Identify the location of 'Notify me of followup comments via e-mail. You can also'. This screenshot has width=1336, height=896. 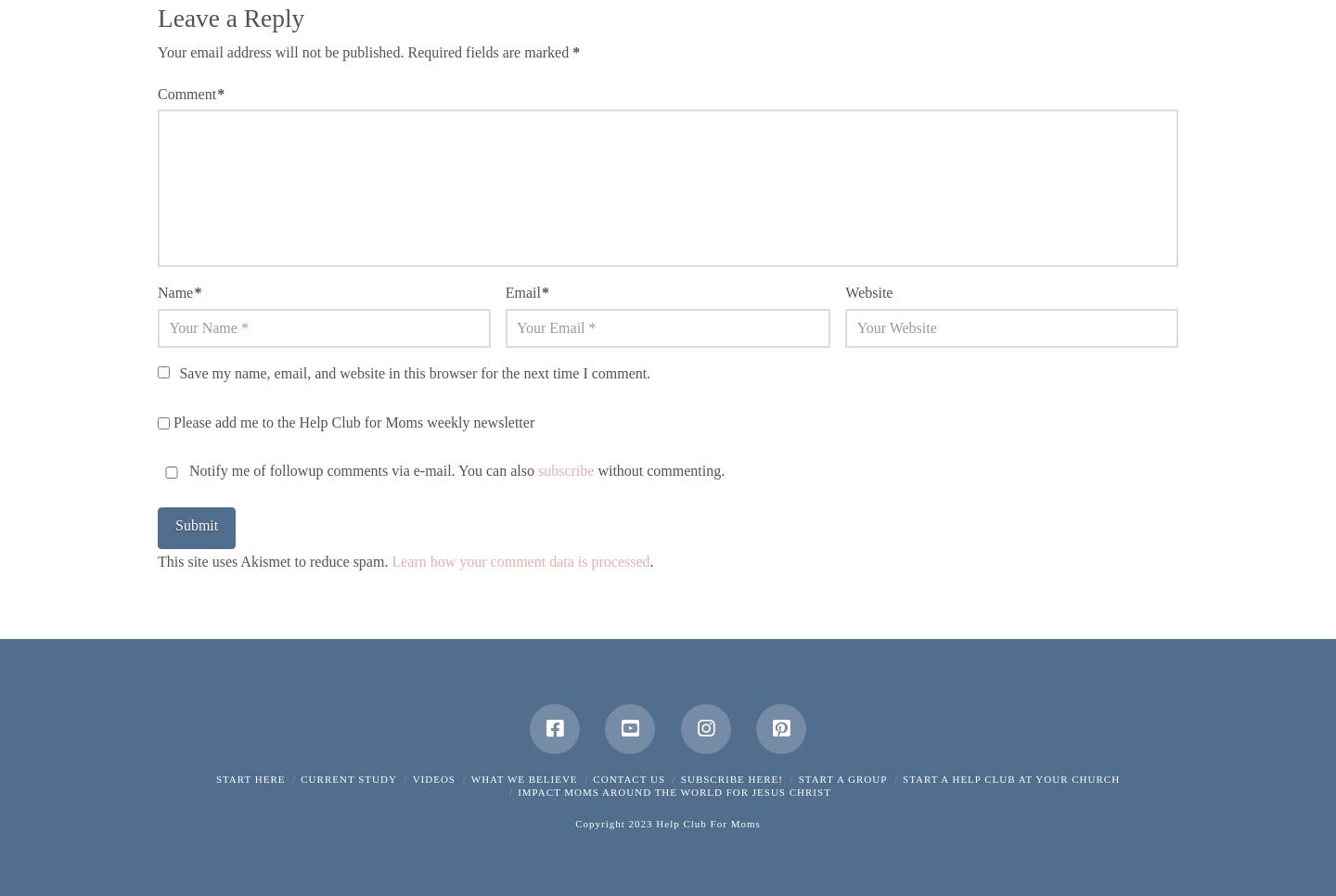
(360, 469).